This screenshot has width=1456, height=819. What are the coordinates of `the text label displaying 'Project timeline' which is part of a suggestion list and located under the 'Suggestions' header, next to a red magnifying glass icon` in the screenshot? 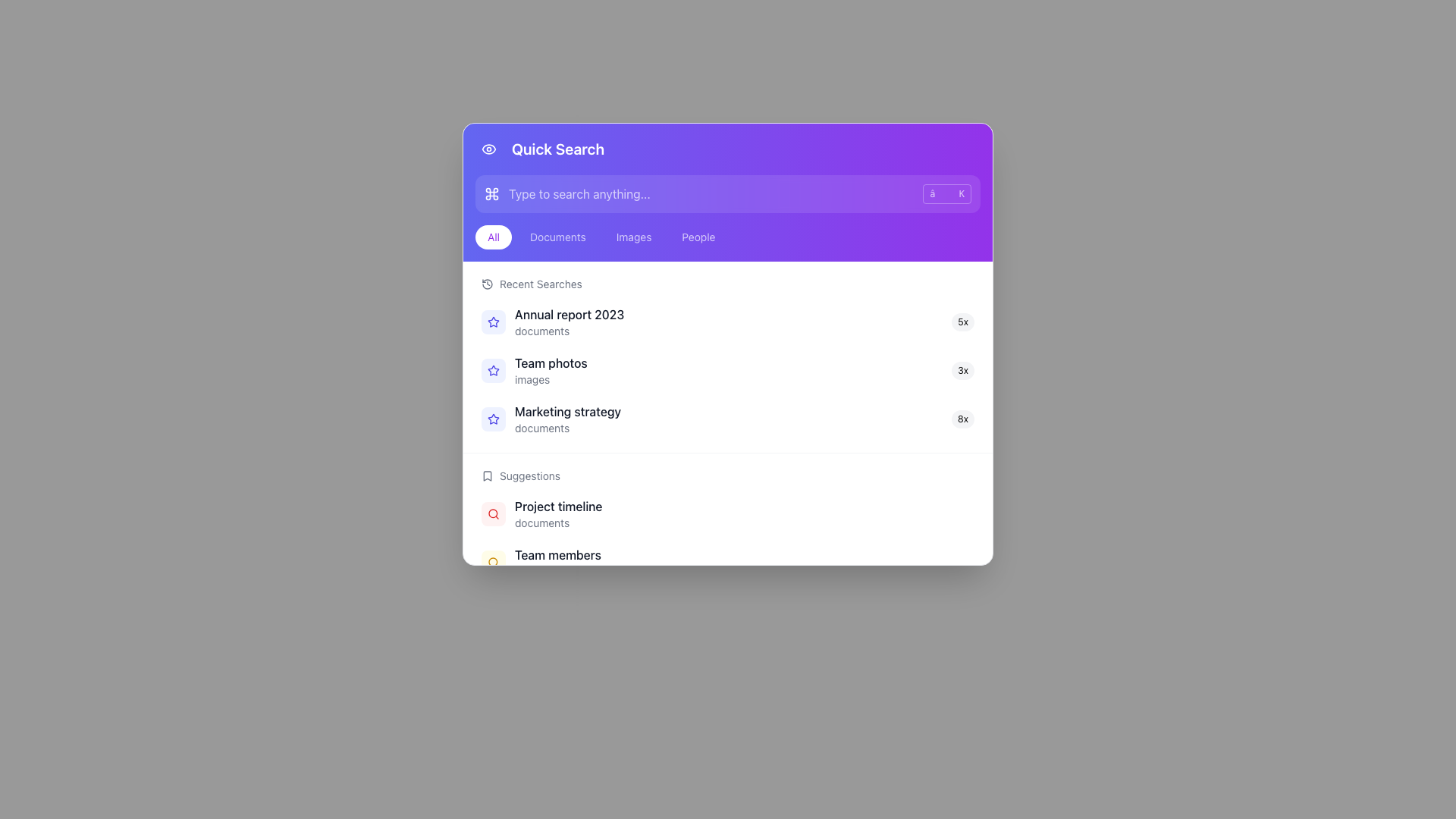 It's located at (734, 506).